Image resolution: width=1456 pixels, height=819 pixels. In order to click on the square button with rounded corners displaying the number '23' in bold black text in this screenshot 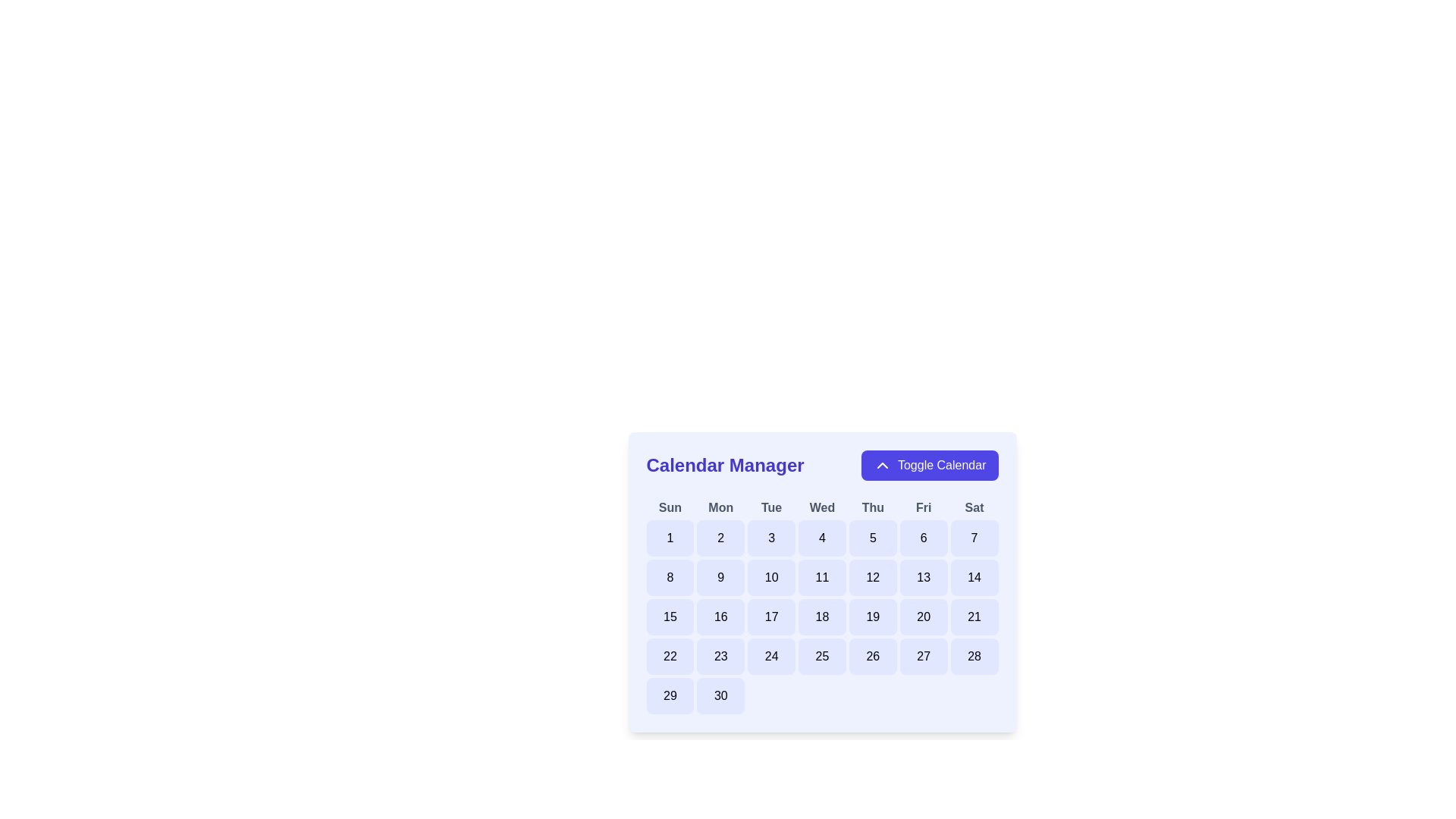, I will do `click(720, 656)`.